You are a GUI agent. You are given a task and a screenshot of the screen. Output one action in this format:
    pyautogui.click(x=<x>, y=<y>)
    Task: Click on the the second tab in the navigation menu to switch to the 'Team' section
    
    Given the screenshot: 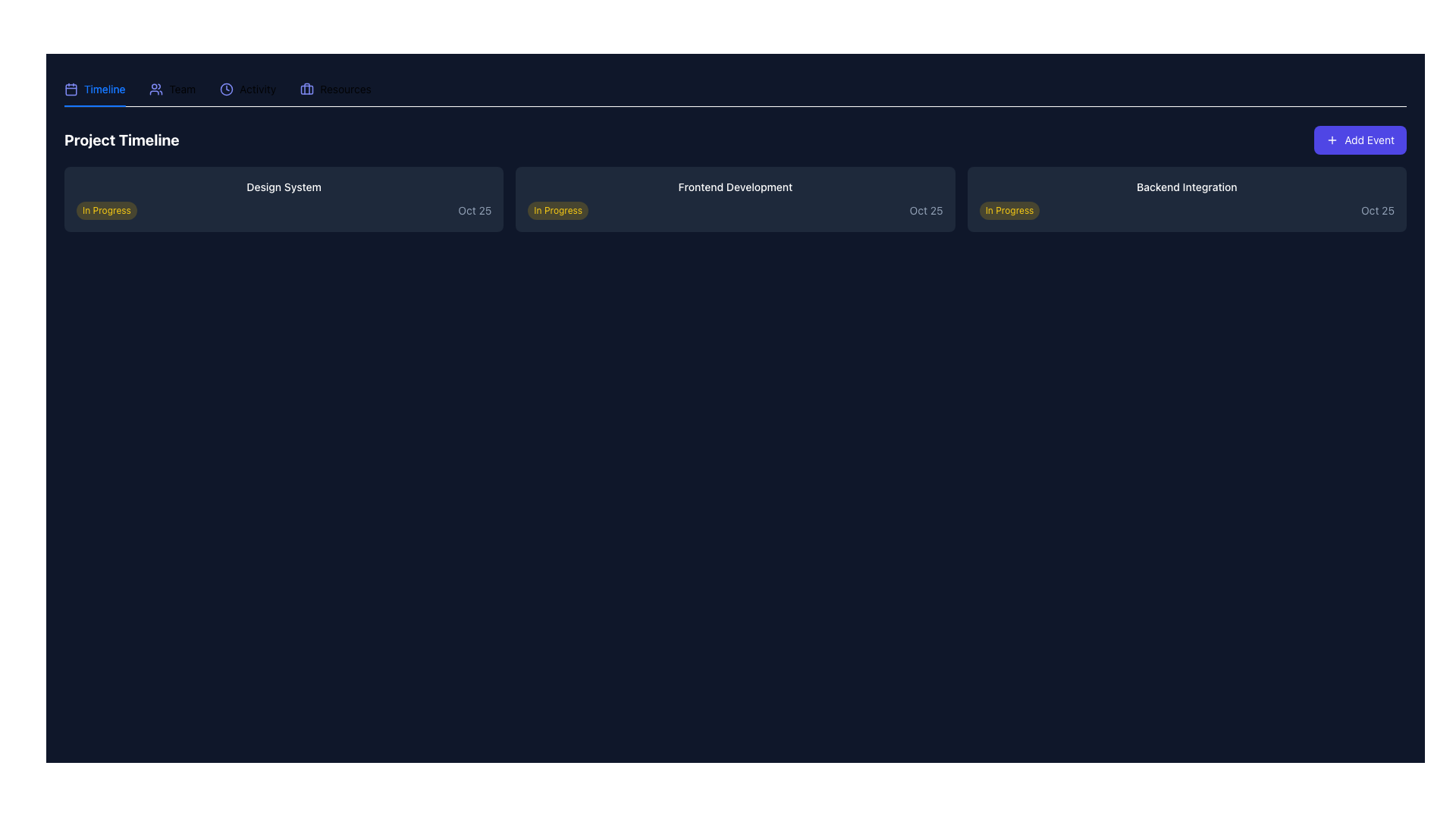 What is the action you would take?
    pyautogui.click(x=172, y=89)
    